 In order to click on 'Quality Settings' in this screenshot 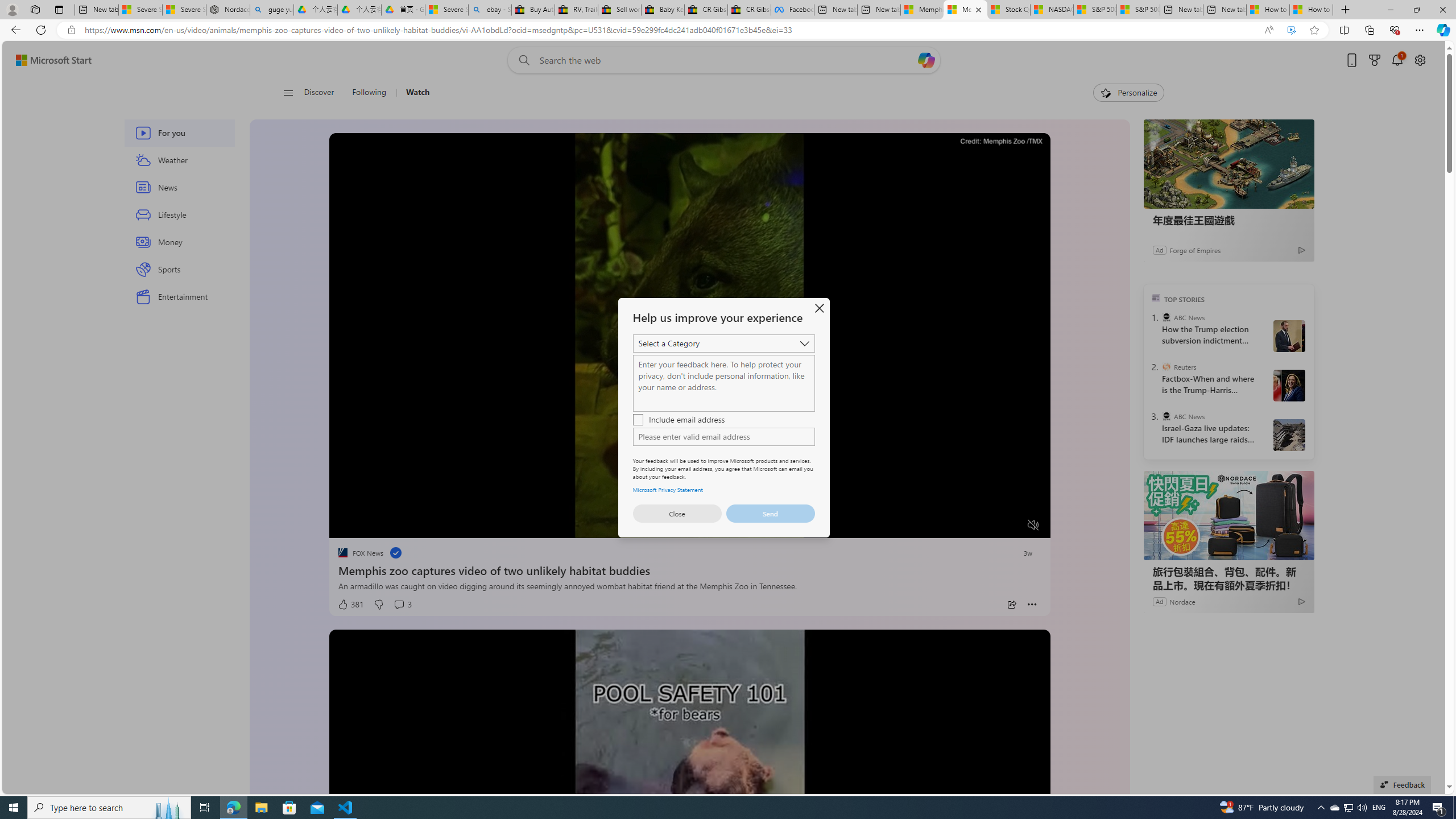, I will do `click(965, 525)`.